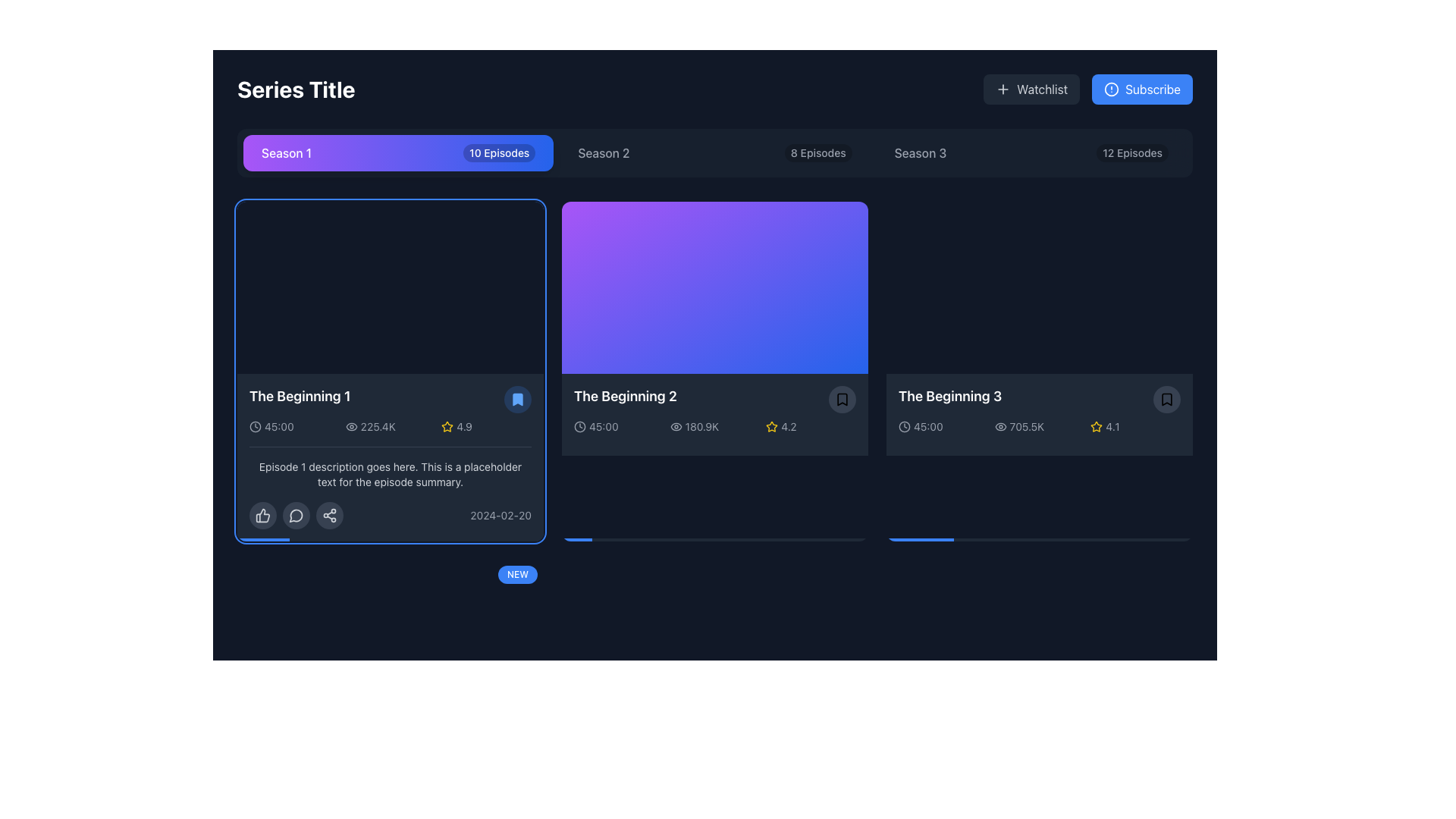 This screenshot has width=1456, height=819. Describe the element at coordinates (1039, 427) in the screenshot. I see `the informational display segment at the bottom of the third card titled 'The Beginning 3', which summarizes information about the item, including its duration, popularity, and rating` at that location.